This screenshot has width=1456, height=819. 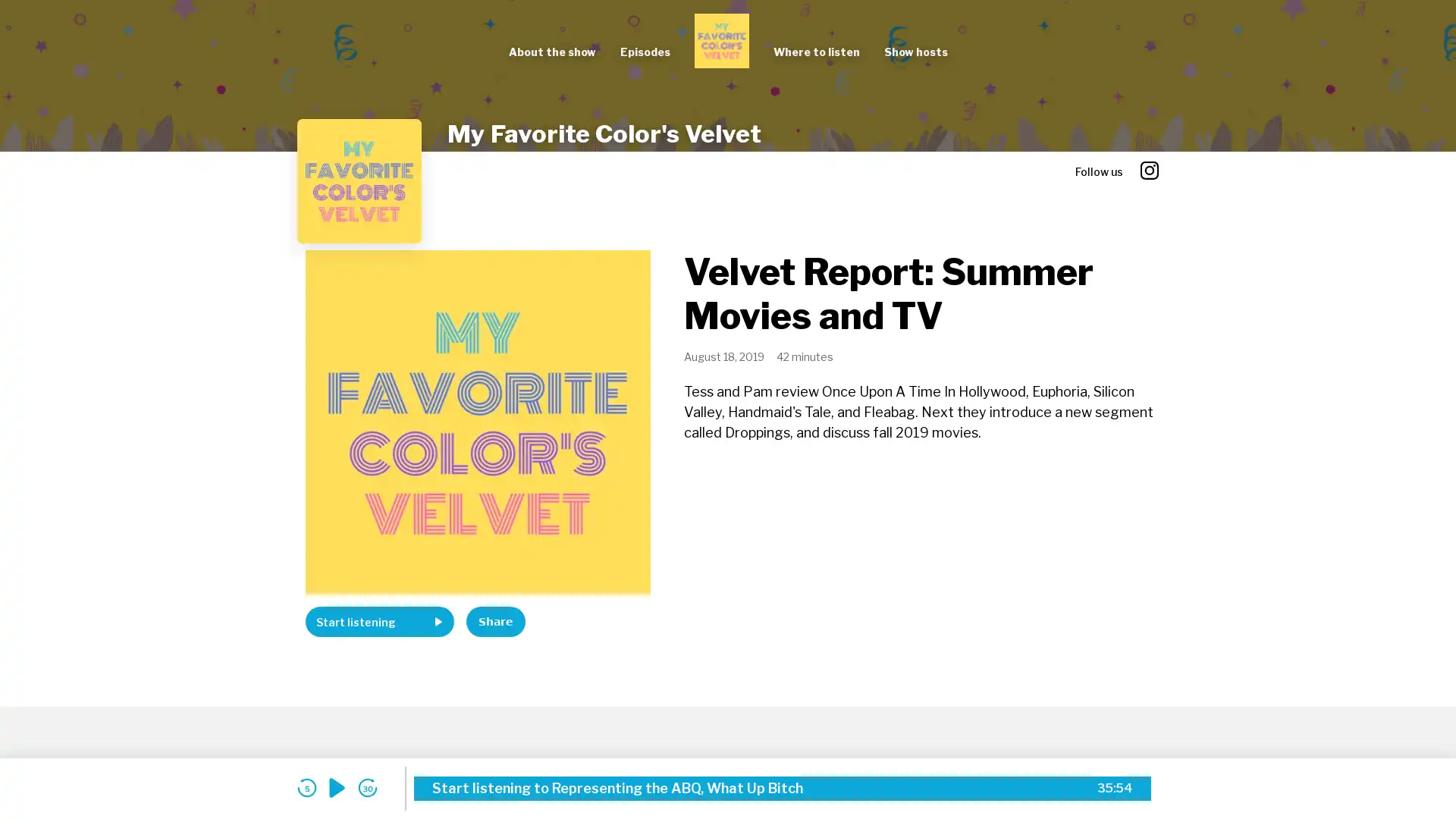 I want to click on skip forward 30 seconds, so click(x=367, y=787).